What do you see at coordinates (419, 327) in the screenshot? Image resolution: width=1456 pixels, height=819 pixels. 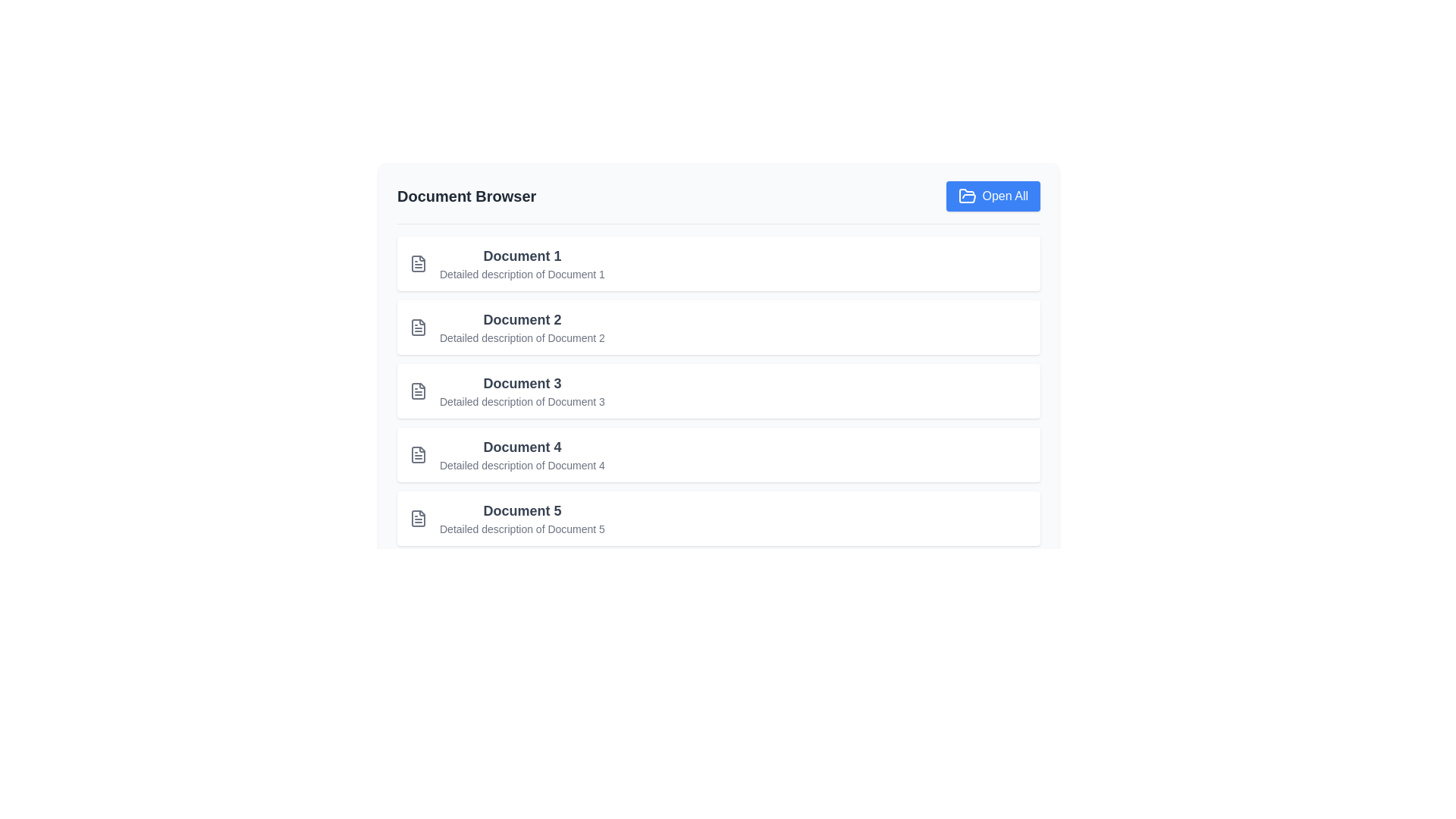 I see `the document icon located on the second list item titled 'Document 2' in the 'Document Browser' interface` at bounding box center [419, 327].